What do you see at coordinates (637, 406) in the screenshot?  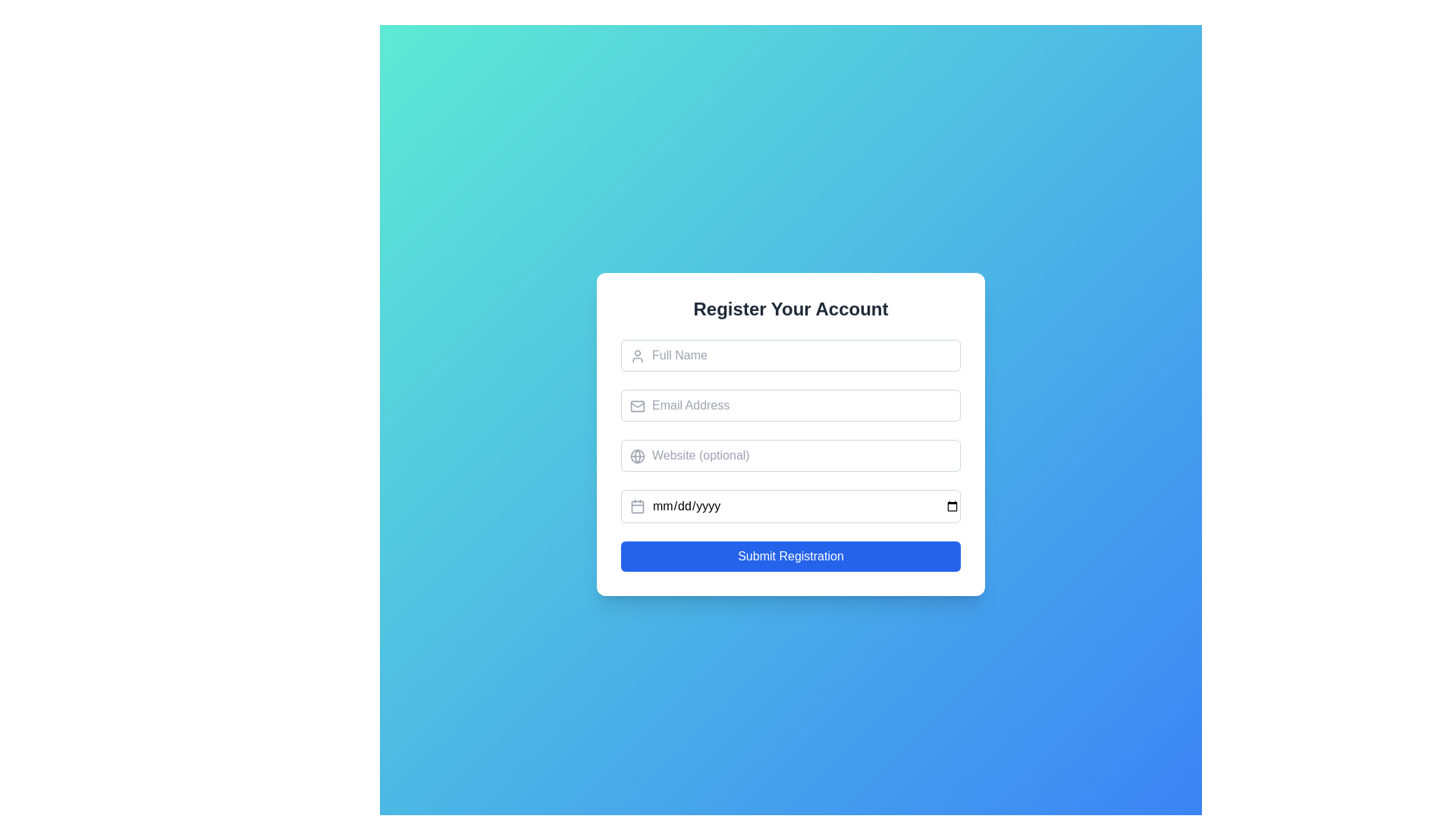 I see `the envelope icon located to the left of the 'Email Address' input field, which is styled in a line-art manner and has a soft gray color tone` at bounding box center [637, 406].